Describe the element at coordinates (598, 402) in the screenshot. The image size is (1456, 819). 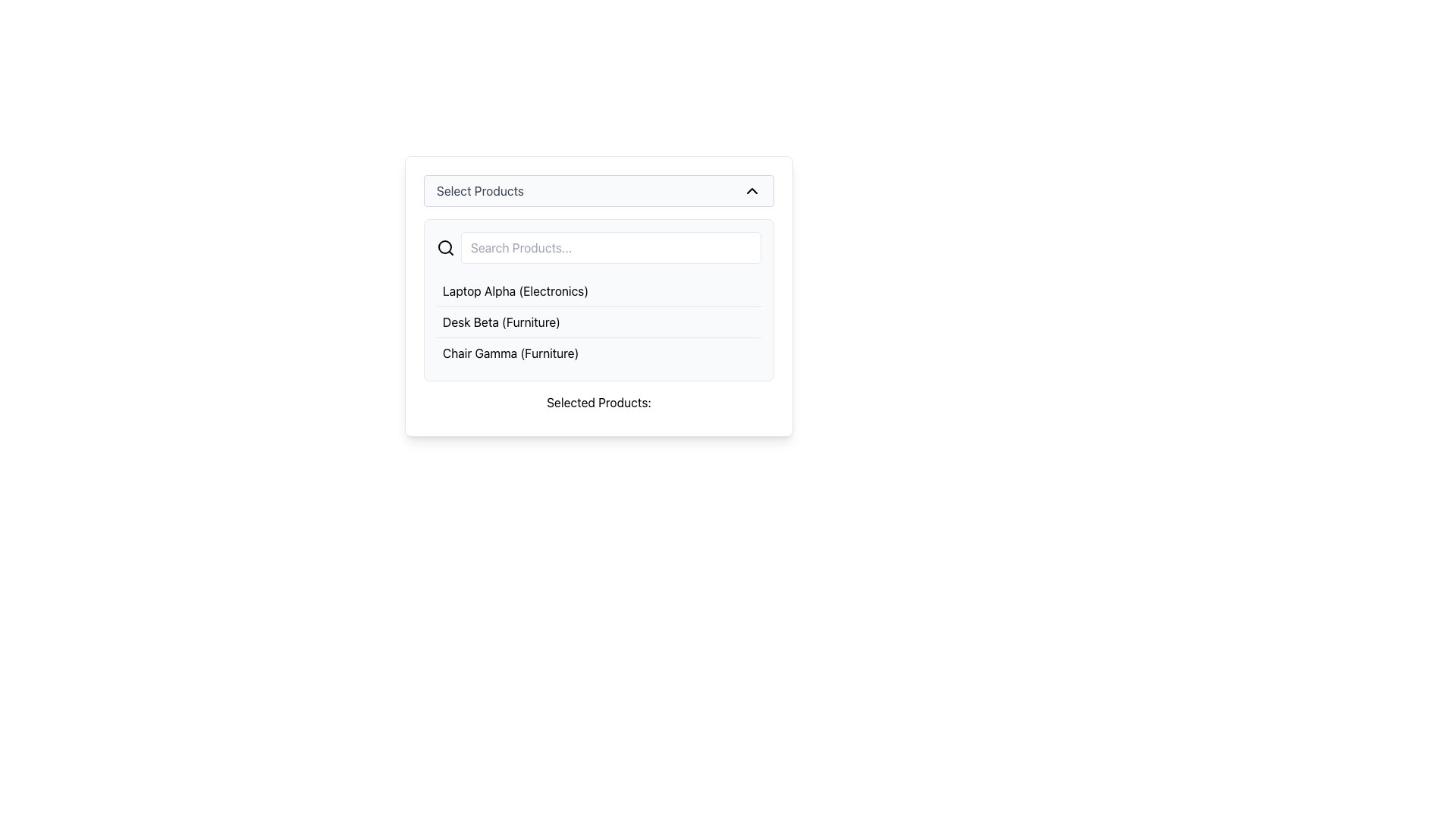
I see `the Text label that introduces the section for selected products, located below the list of products including 'Laptop Alpha', 'Desk Beta', and 'Chair Gamma'` at that location.